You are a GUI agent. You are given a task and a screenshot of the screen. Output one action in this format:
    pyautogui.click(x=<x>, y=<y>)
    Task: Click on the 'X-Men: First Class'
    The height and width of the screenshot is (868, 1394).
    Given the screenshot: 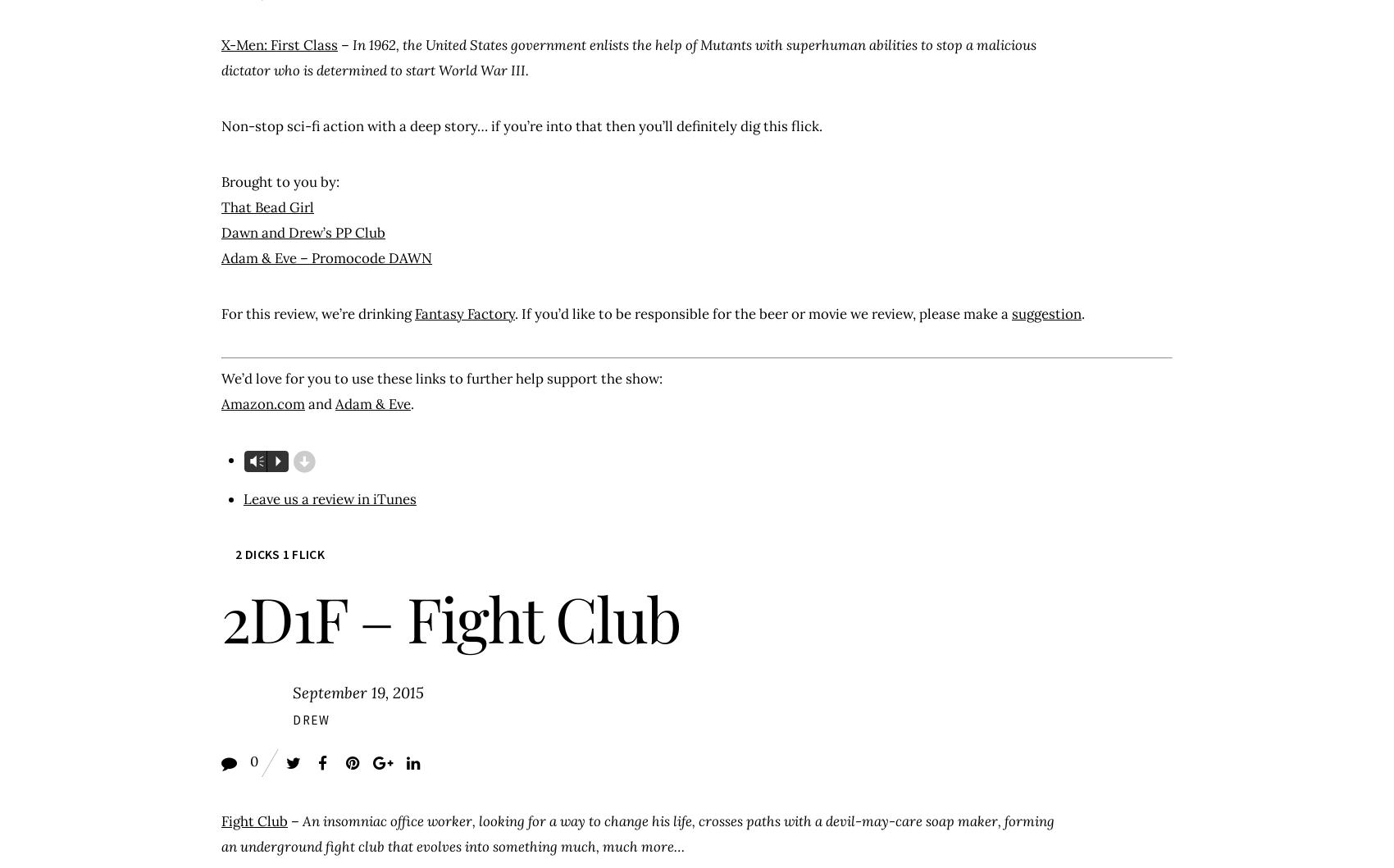 What is the action you would take?
    pyautogui.click(x=279, y=44)
    